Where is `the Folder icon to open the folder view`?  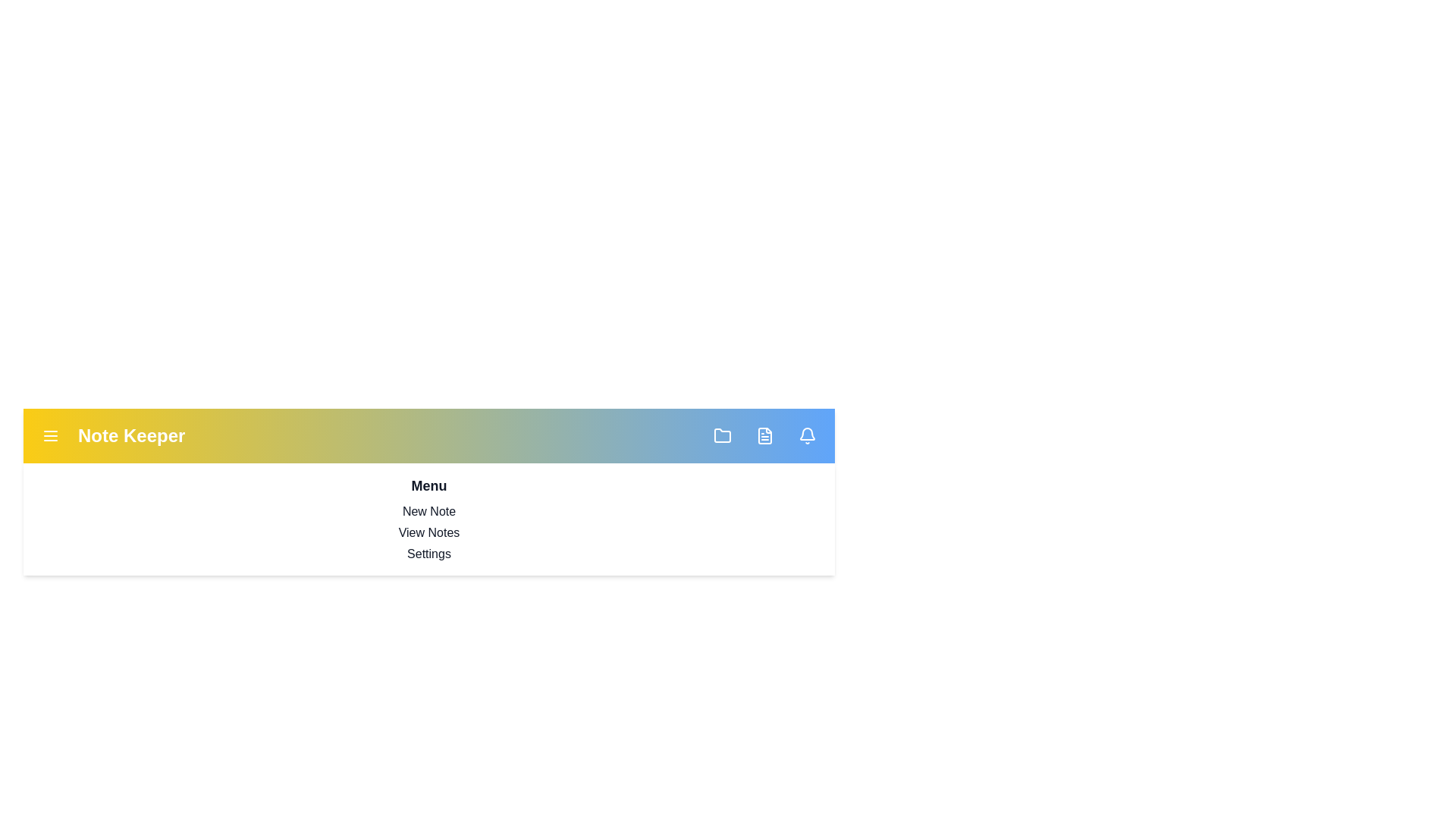 the Folder icon to open the folder view is located at coordinates (722, 435).